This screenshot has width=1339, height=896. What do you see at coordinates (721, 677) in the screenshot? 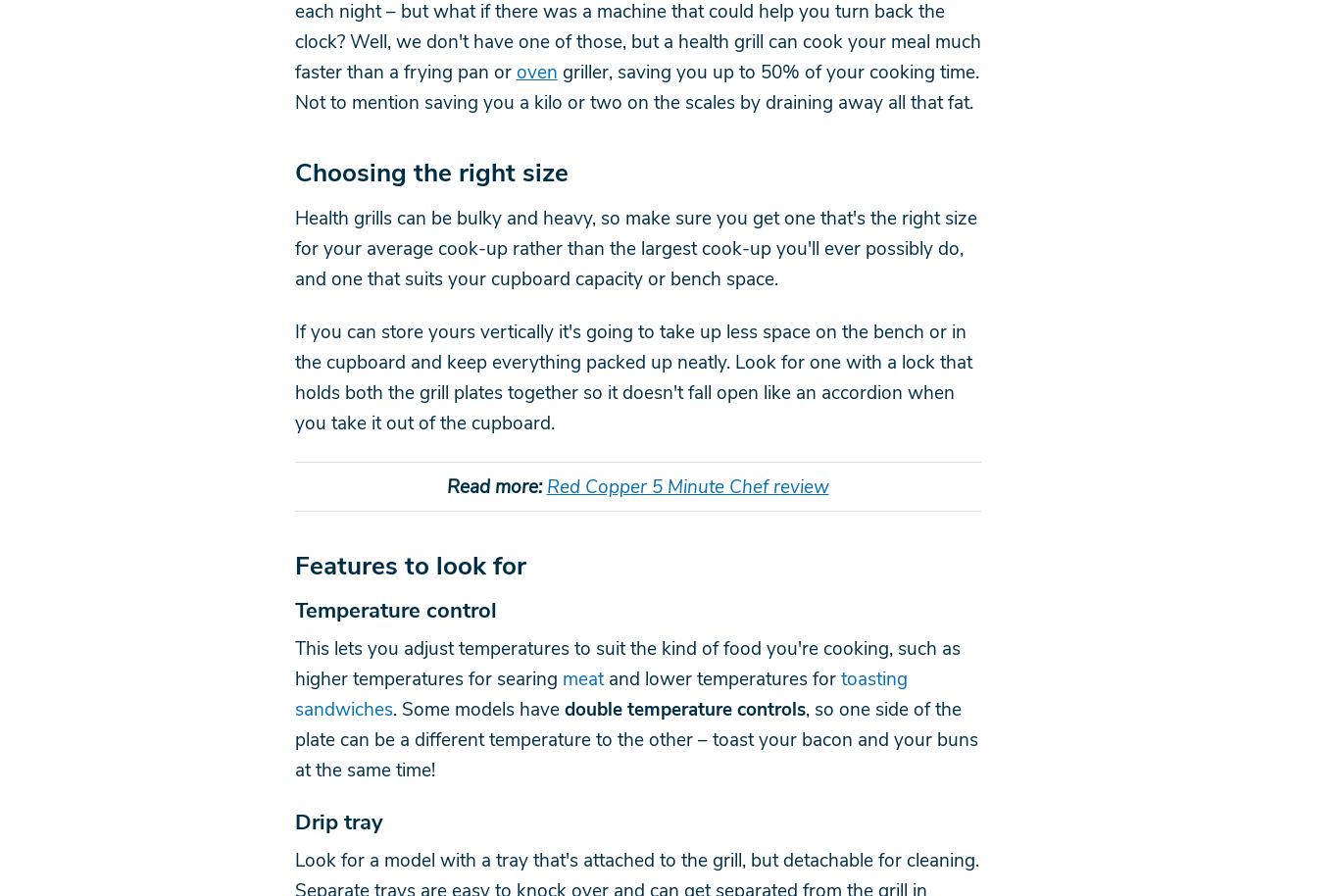
I see `'and lower temperatures for'` at bounding box center [721, 677].